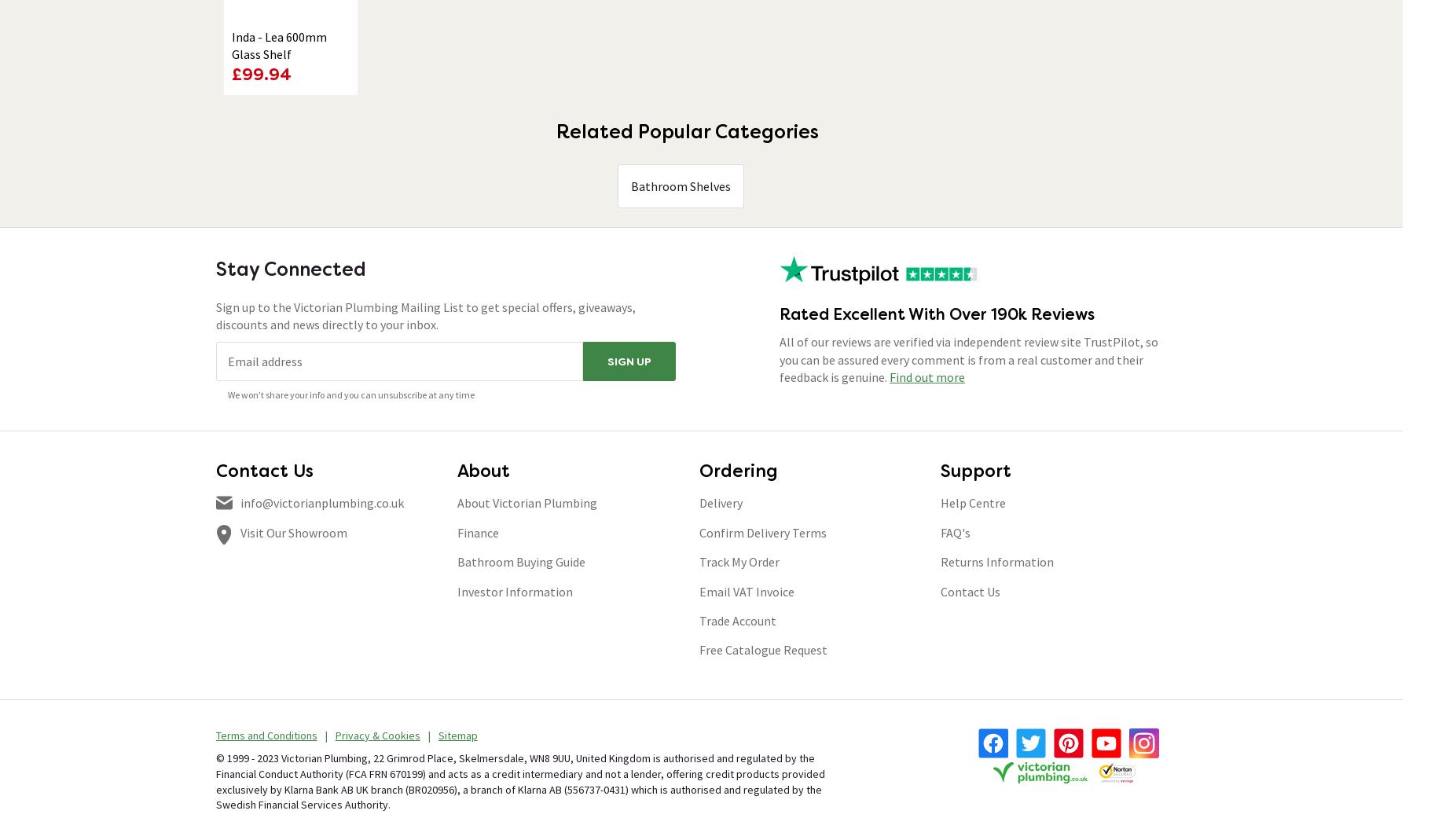  Describe the element at coordinates (720, 503) in the screenshot. I see `'Delivery'` at that location.